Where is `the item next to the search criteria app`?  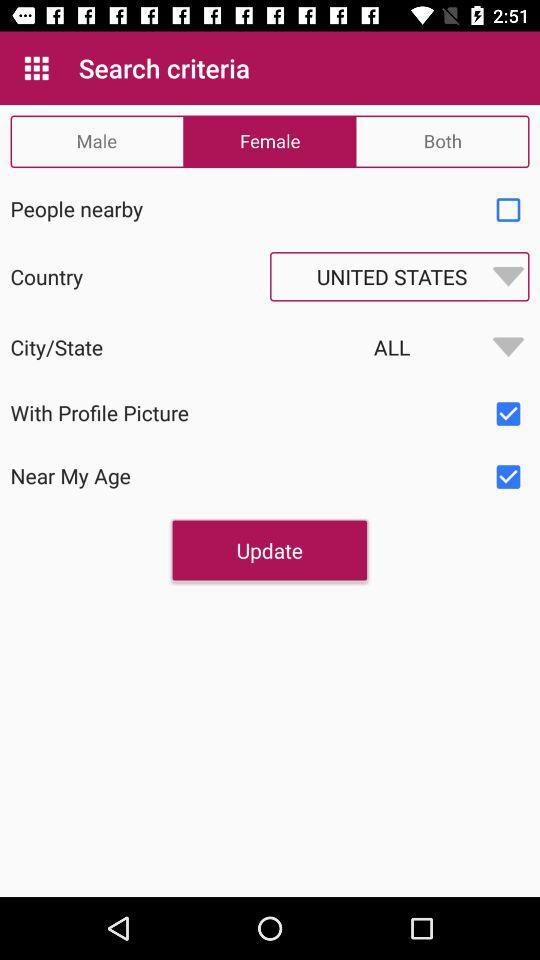
the item next to the search criteria app is located at coordinates (36, 68).